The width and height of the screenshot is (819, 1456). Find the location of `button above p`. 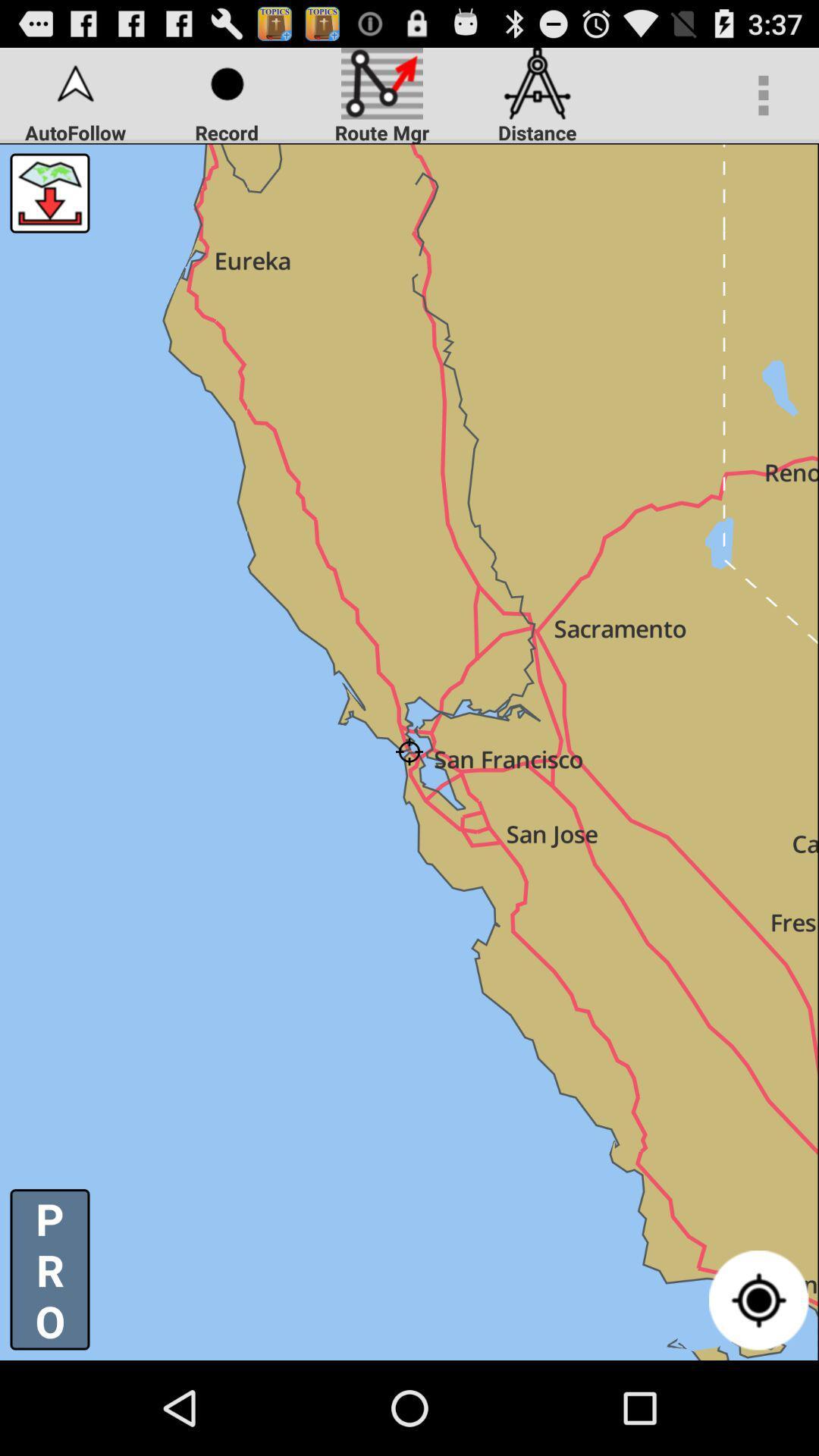

button above p is located at coordinates (49, 192).